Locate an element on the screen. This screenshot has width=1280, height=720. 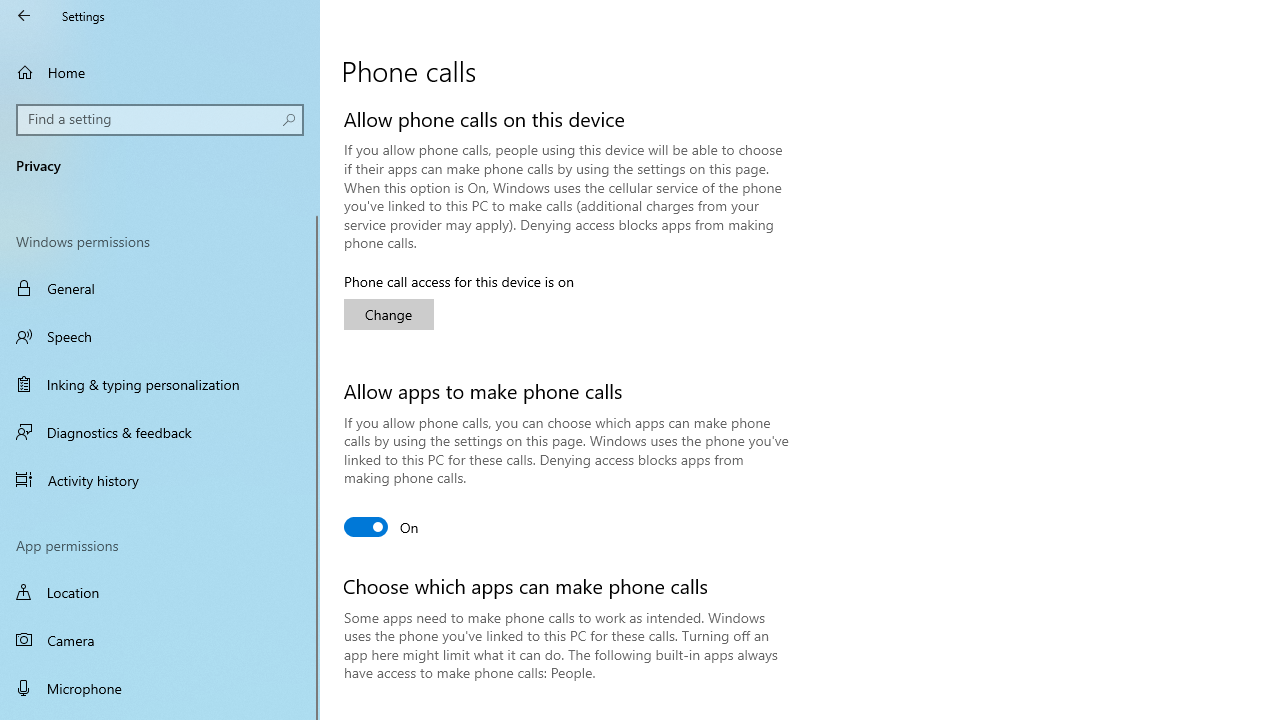
'General' is located at coordinates (160, 288).